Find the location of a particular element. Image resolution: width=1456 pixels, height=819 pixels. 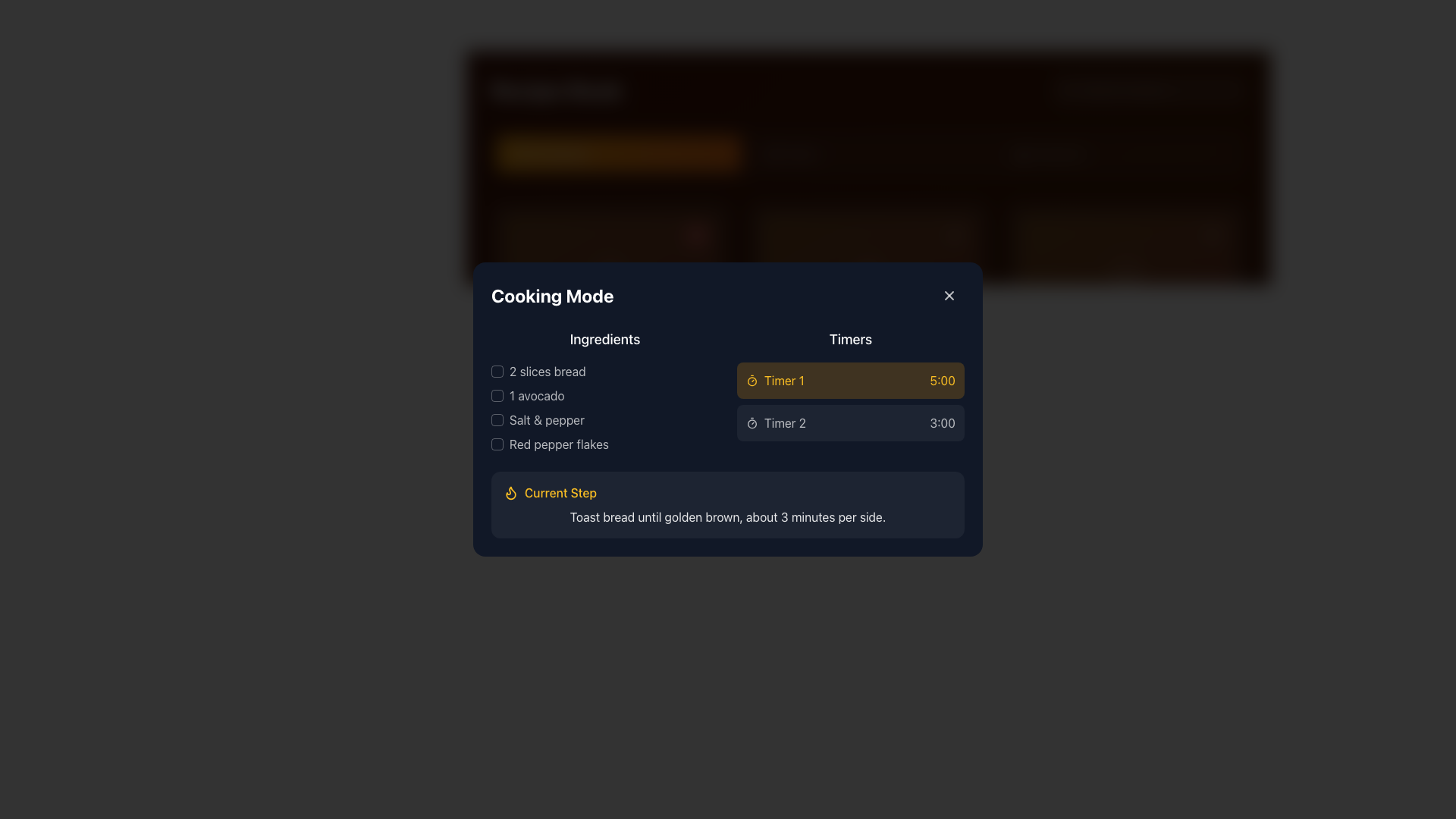

the small green label with the text 'Easy', which is located in the lower portion of the card element, centered below the time and servings details is located at coordinates (522, 408).